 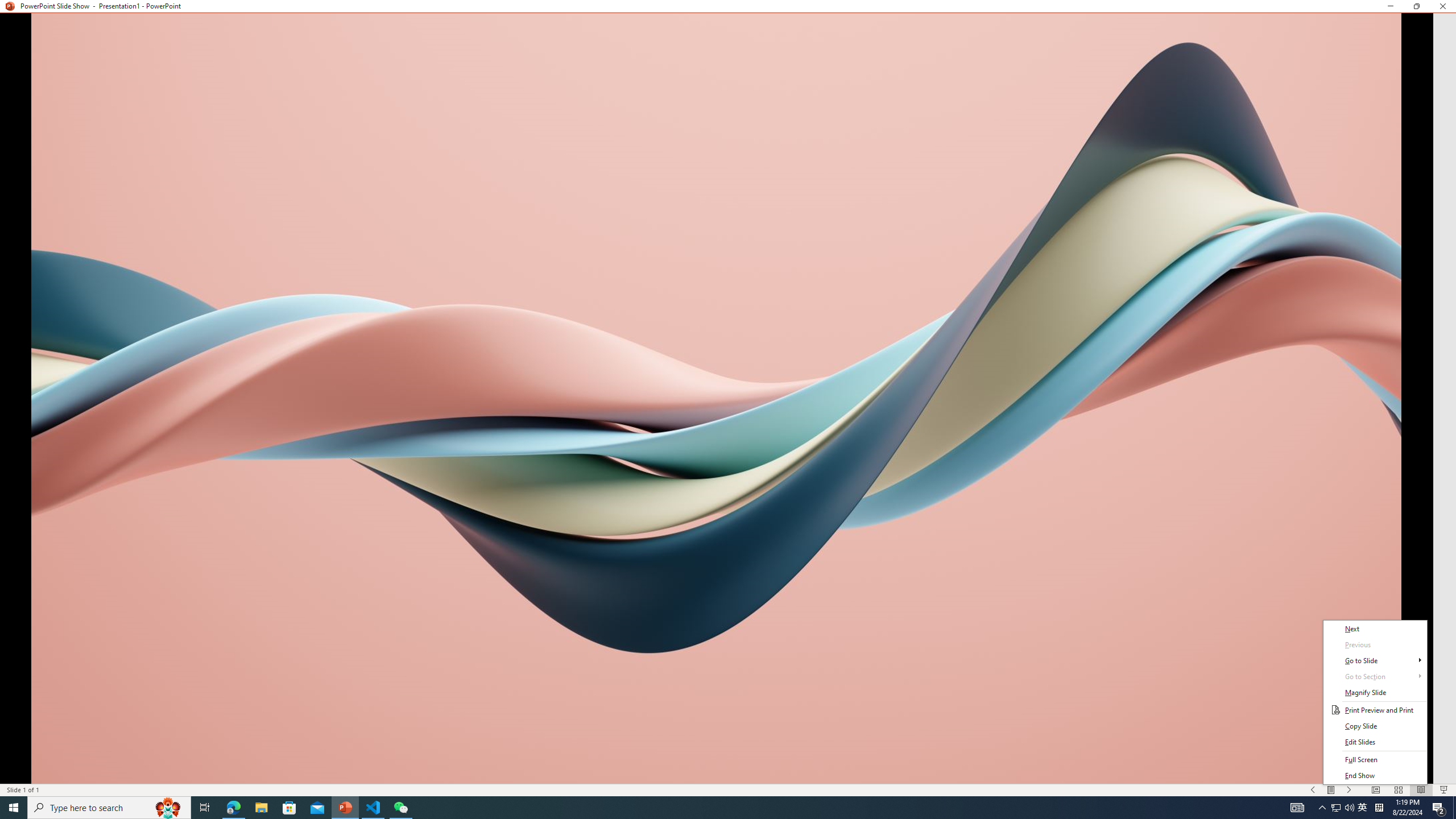 I want to click on 'Copy Slide', so click(x=1375, y=726).